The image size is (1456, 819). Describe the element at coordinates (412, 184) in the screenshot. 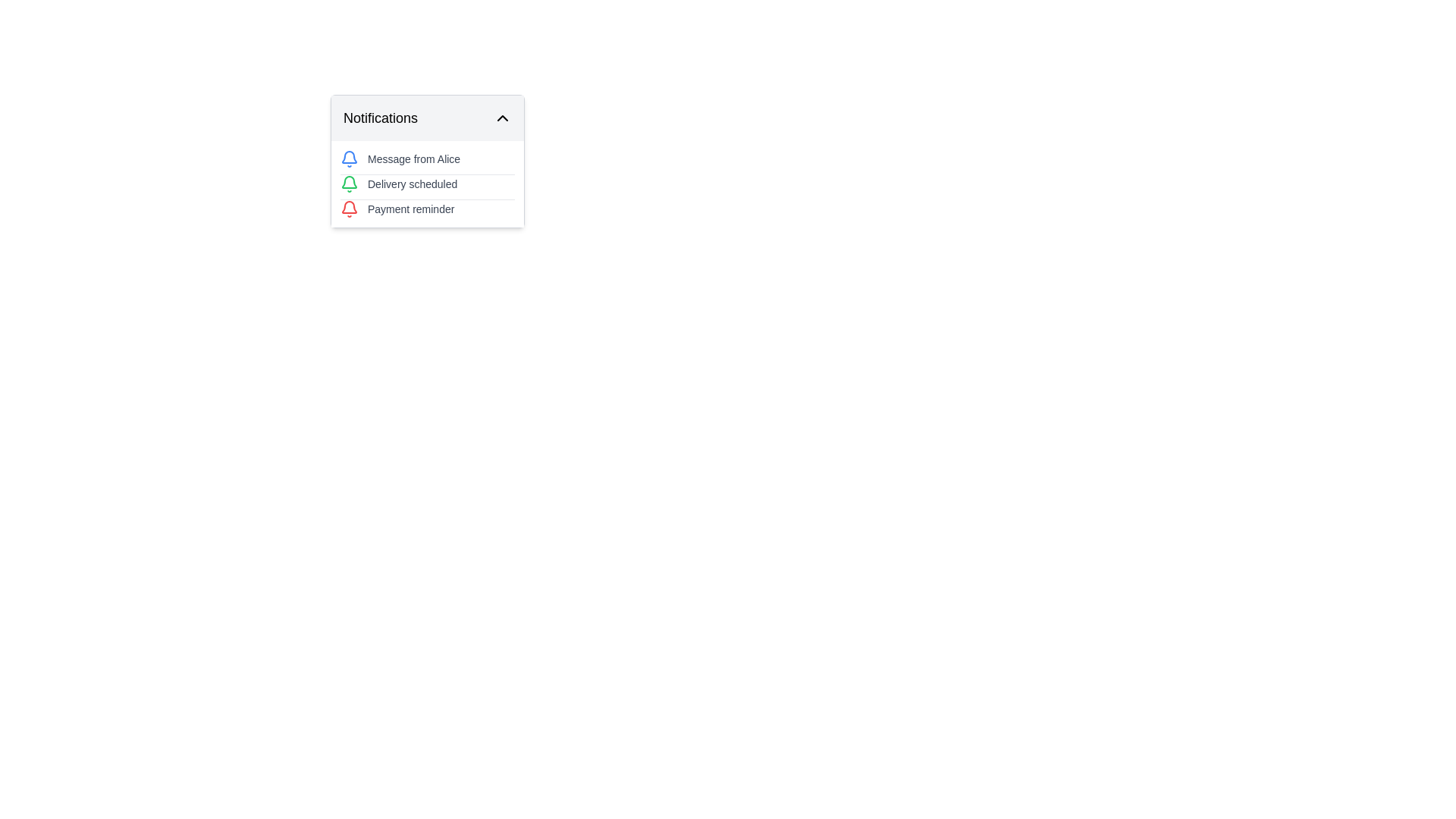

I see `the 'Delivery scheduled' informational text label, which is the second notification item` at that location.